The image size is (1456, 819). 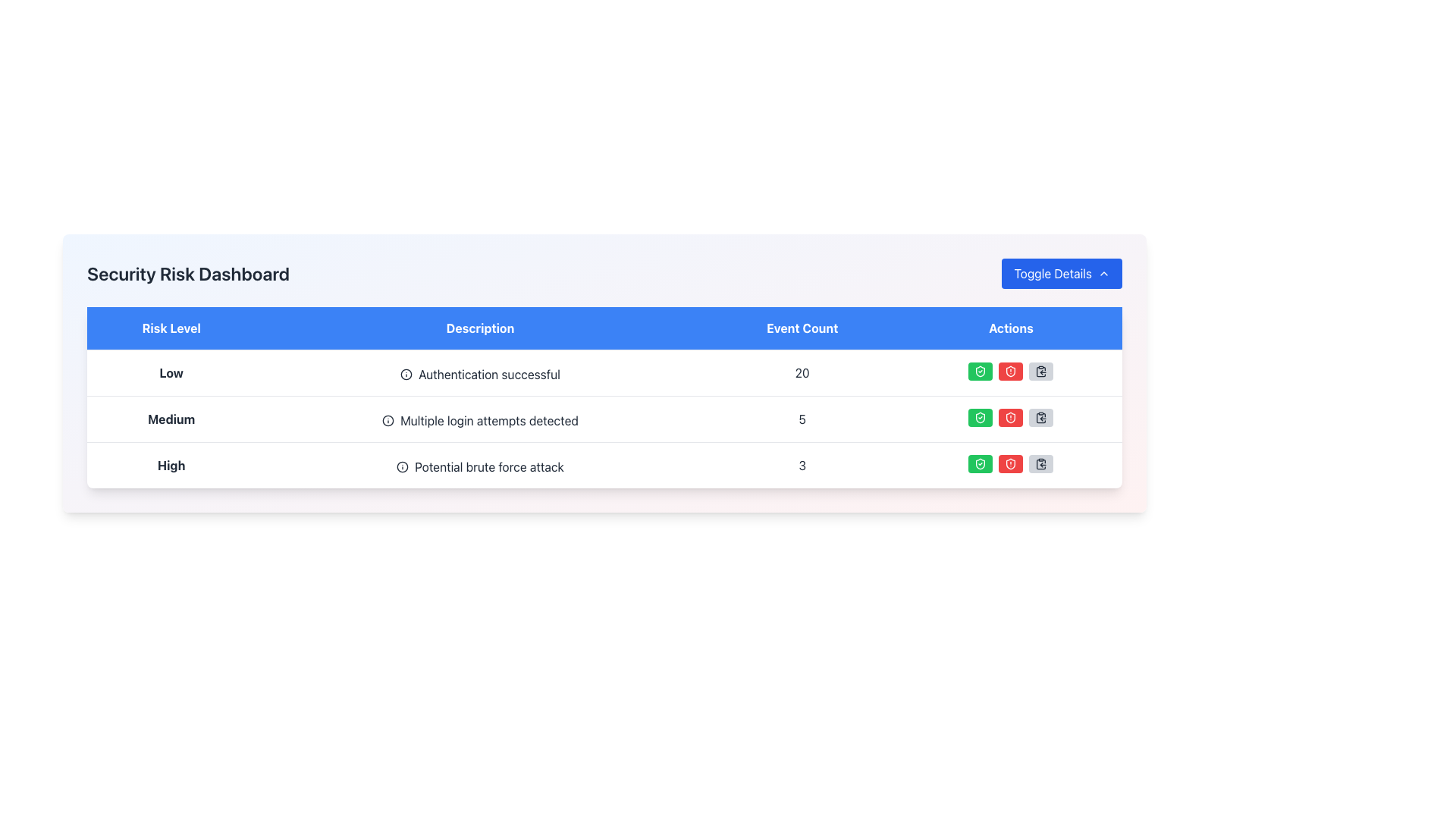 What do you see at coordinates (388, 421) in the screenshot?
I see `the information icon located in the 'Description' column of the second row, before the text 'Multiple login attempts detected'` at bounding box center [388, 421].